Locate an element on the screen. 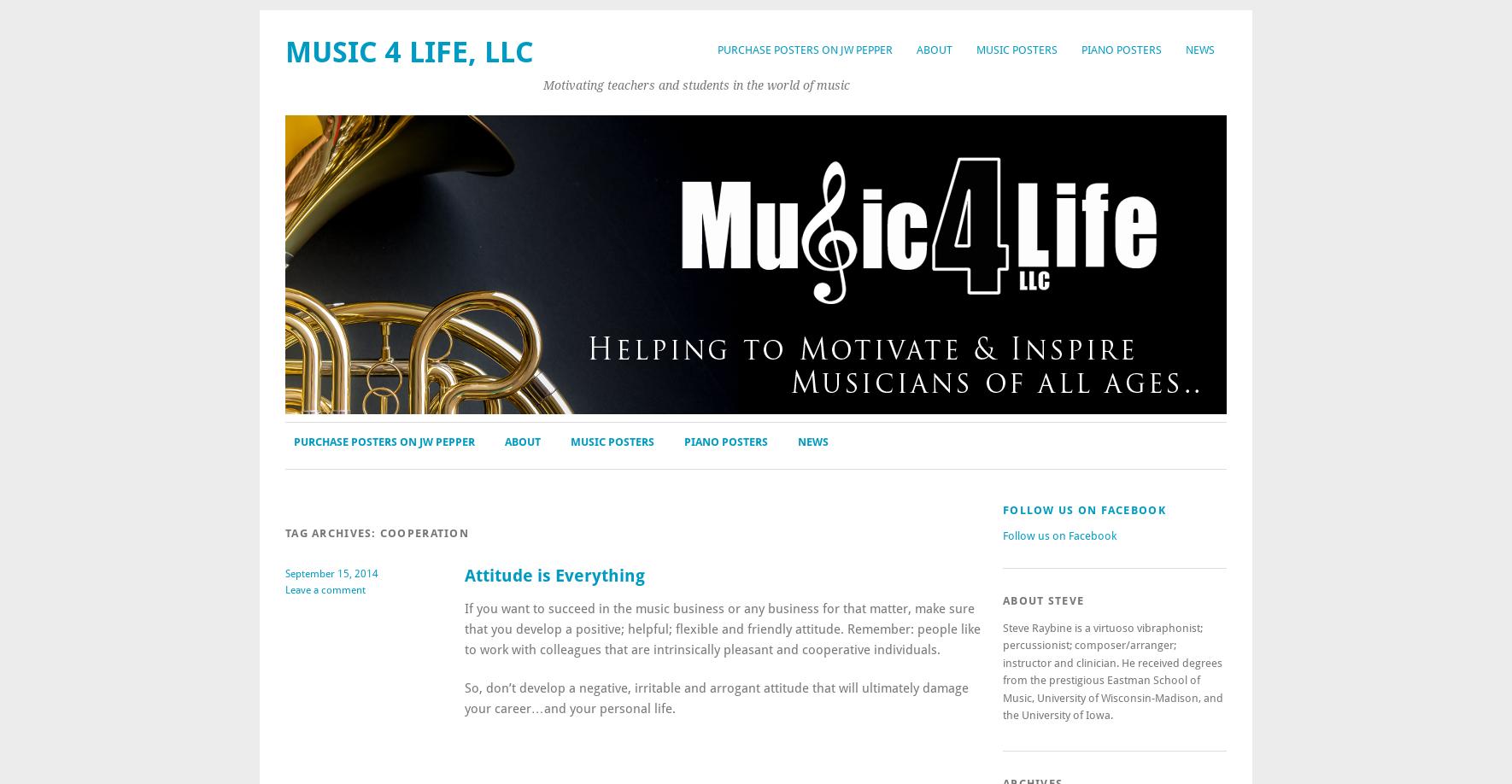 This screenshot has width=1512, height=784. 'If you want to succeed in the music business or any business for that matter, make sure that you develop a positive; helpful; flexible and friendly attitude. Remember: people like to work with colleagues that are intrinsically pleasant and cooperative individuals.' is located at coordinates (721, 628).